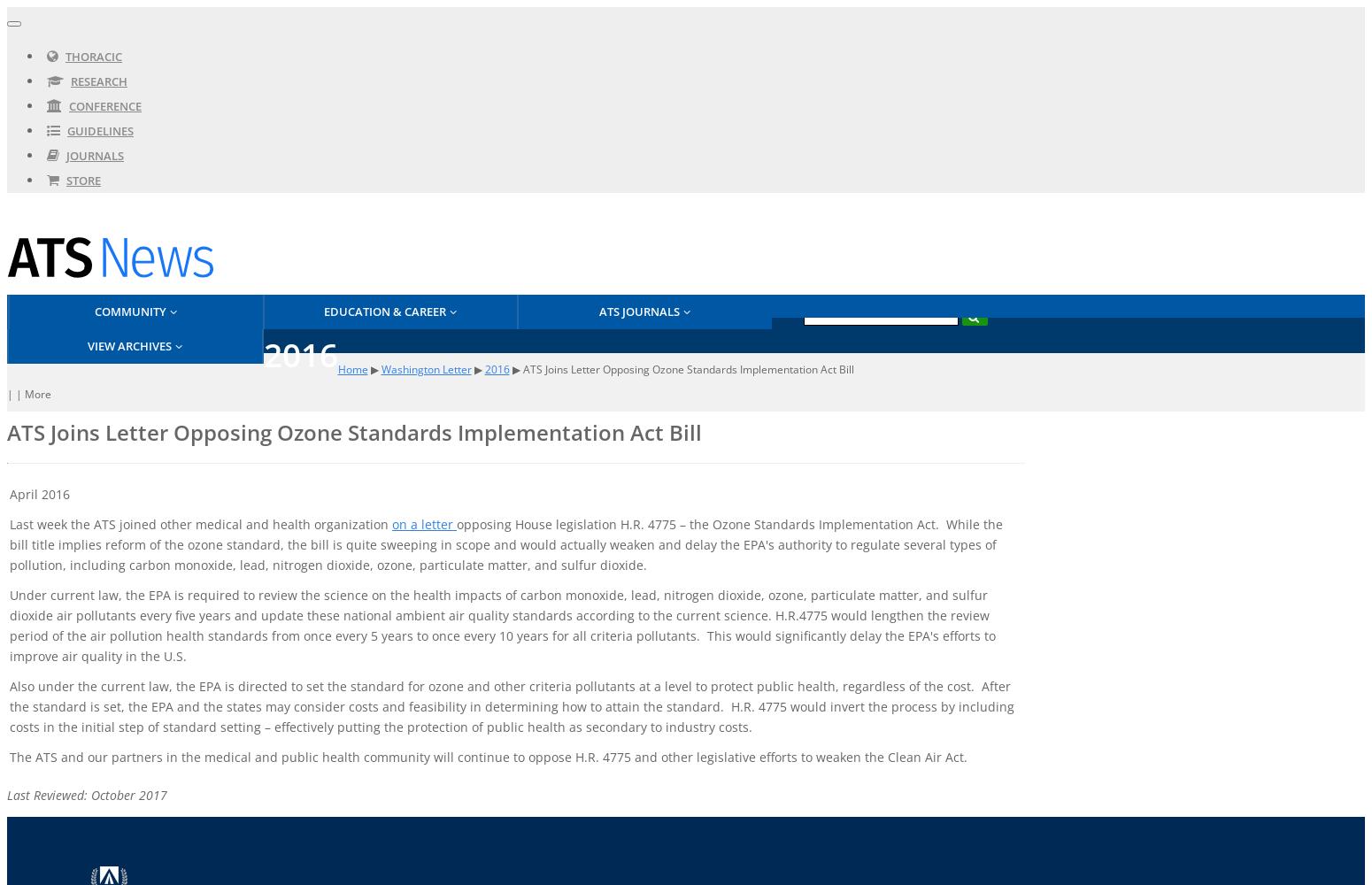 The width and height of the screenshot is (1372, 885). Describe the element at coordinates (505, 543) in the screenshot. I see `'opposing House legislation H.R. 4775 – the Ozone Standards Implementation Act.  While the bill title implies reform of the ozone standard, the bill is quite sweeping in scope and would actually weaken and delay the EPA's authority to regulate several types of pollution, including carbon monoxide, lead, nitrogen dioxide, ozone, particulate matter, and sulfur dioxide.'` at that location.